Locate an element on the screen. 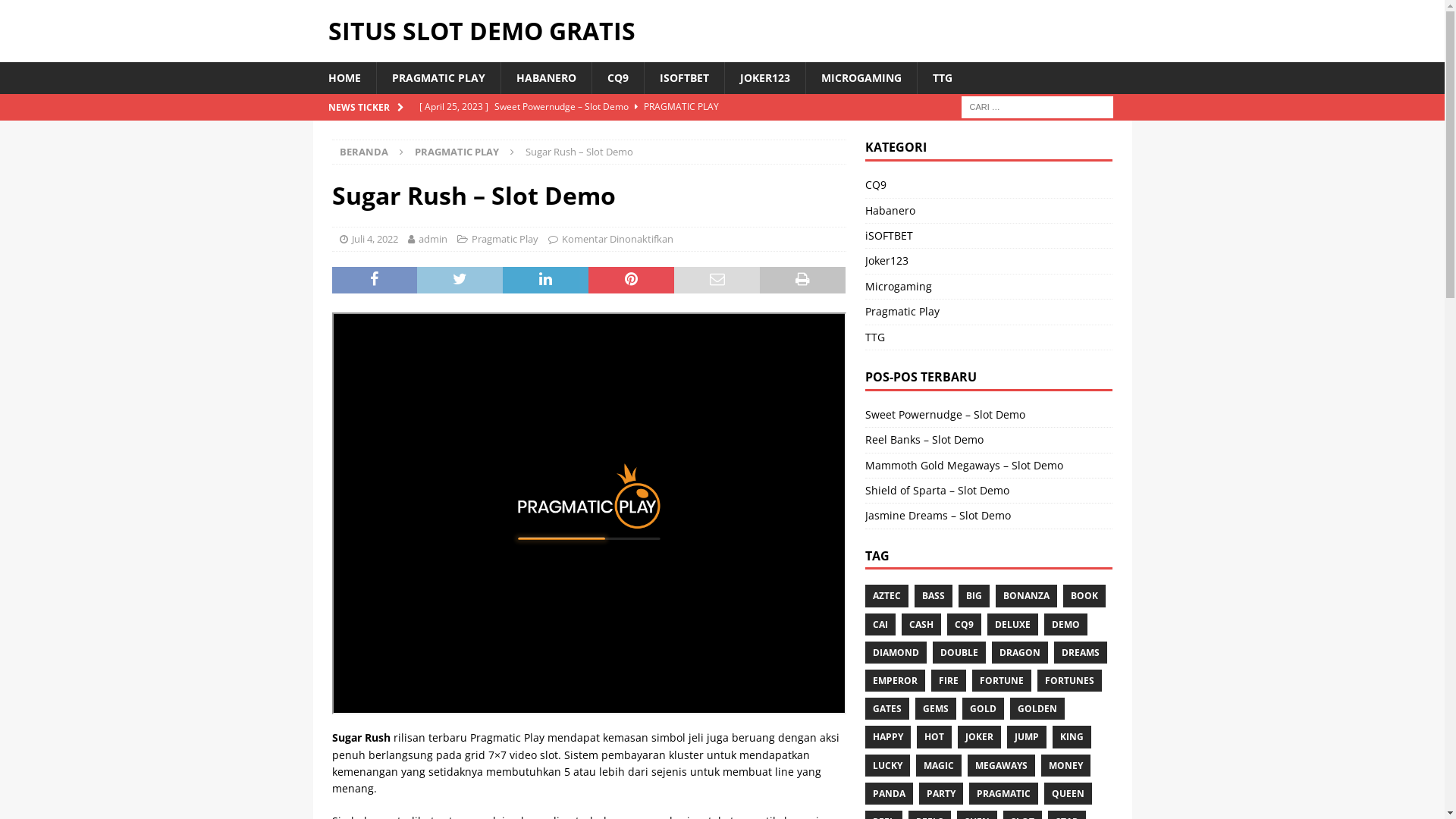  'KING' is located at coordinates (1051, 736).